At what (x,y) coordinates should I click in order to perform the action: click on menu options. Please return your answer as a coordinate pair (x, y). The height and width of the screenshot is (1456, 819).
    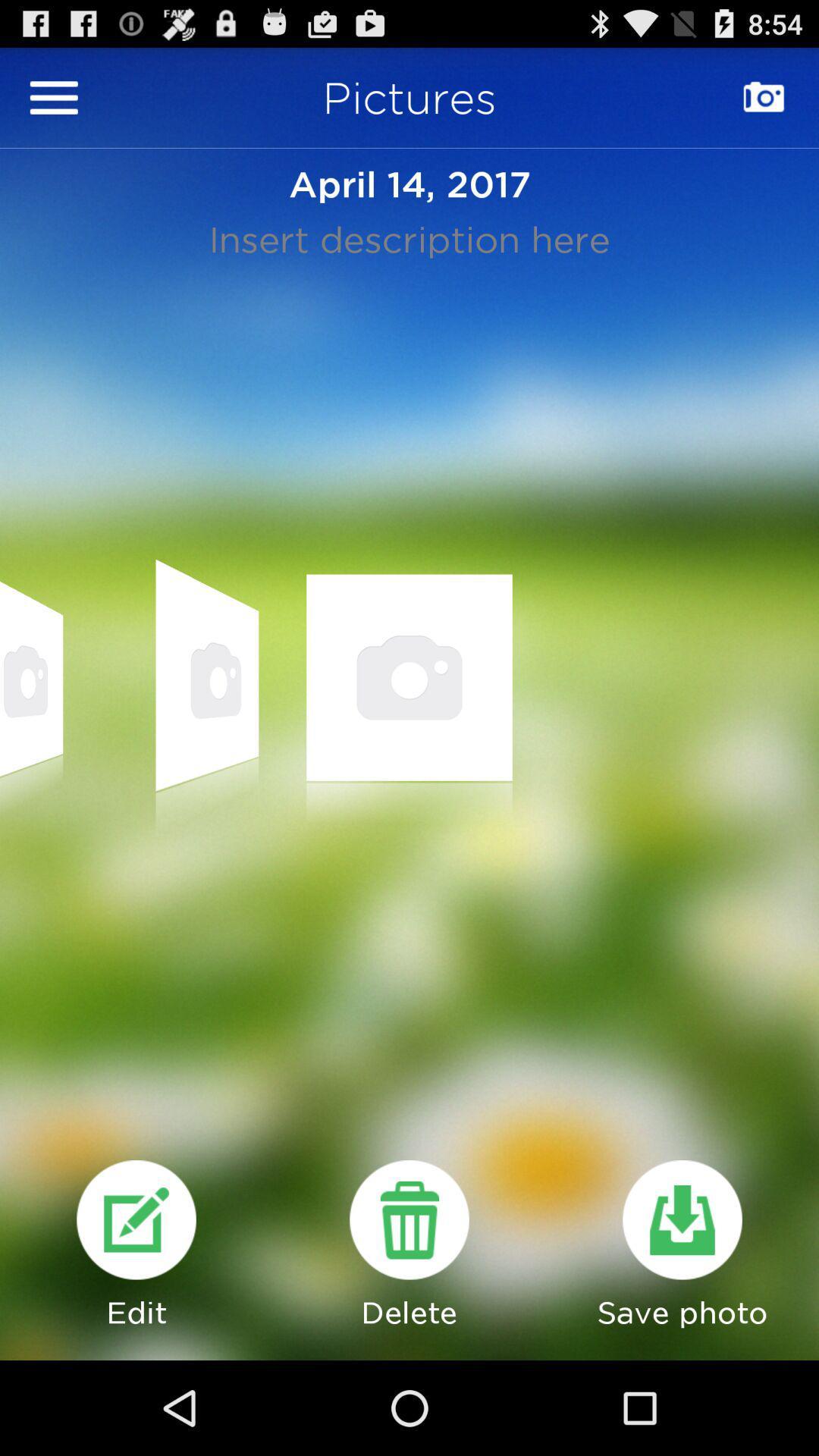
    Looking at the image, I should click on (53, 97).